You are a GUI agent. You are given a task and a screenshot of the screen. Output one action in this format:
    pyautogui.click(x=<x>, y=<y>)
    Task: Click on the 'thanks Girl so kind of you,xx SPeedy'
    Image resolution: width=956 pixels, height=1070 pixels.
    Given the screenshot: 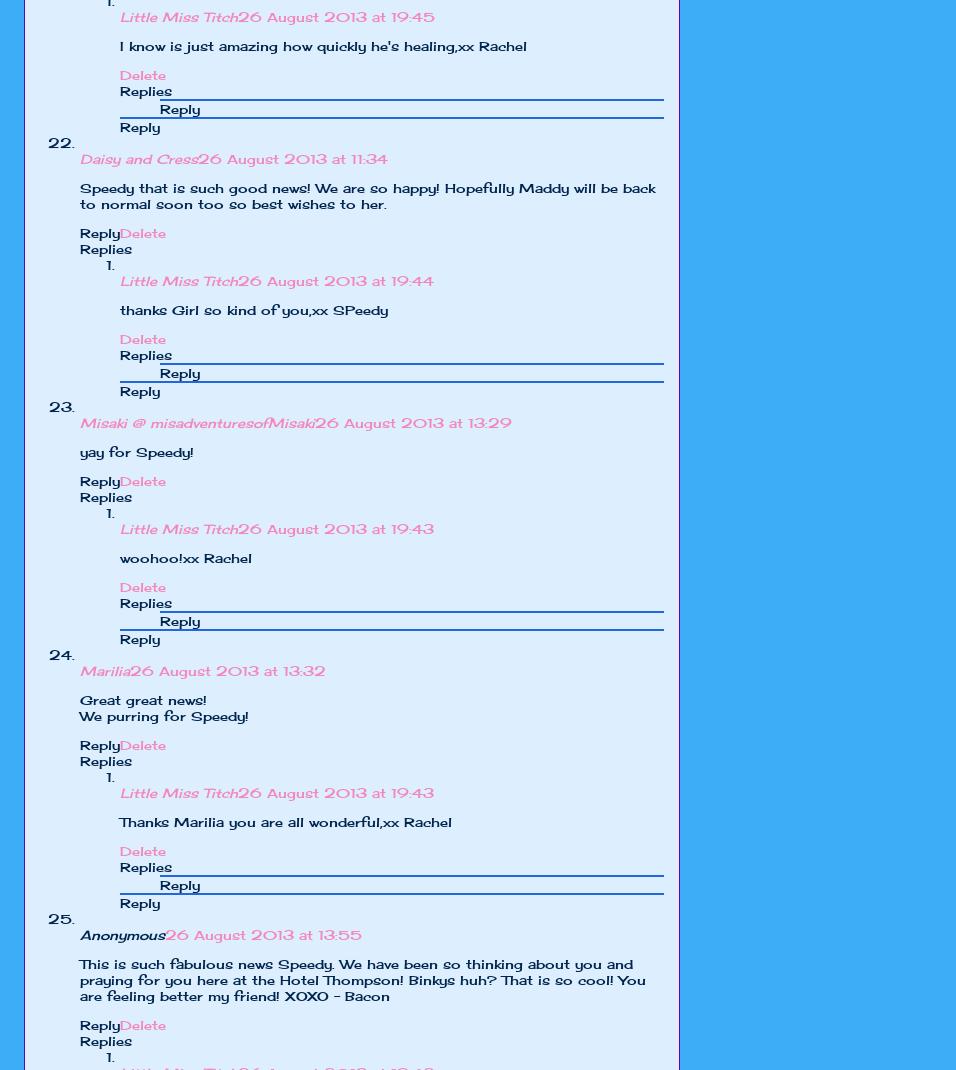 What is the action you would take?
    pyautogui.click(x=253, y=309)
    